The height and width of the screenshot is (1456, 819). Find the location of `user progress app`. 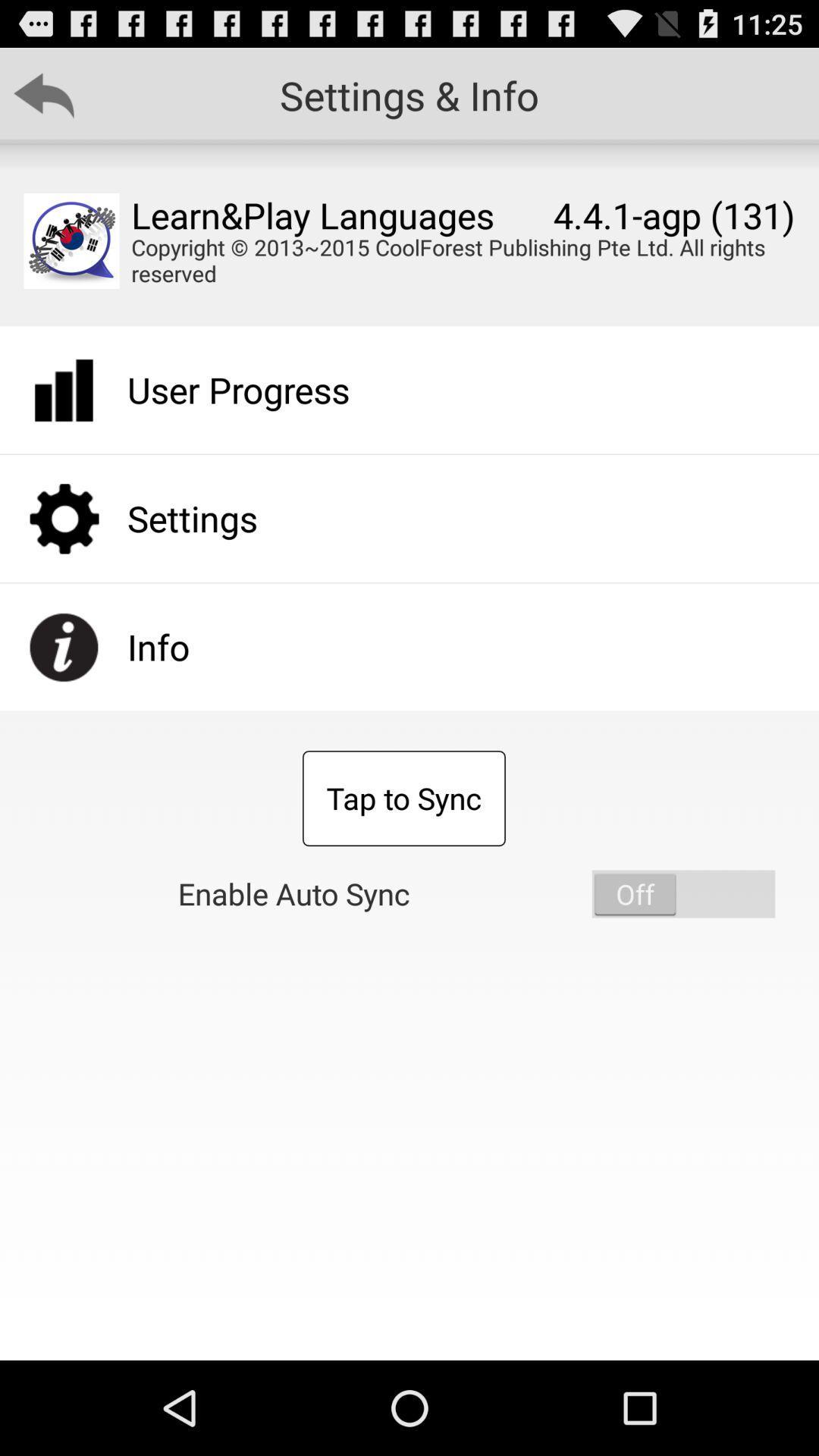

user progress app is located at coordinates (238, 390).